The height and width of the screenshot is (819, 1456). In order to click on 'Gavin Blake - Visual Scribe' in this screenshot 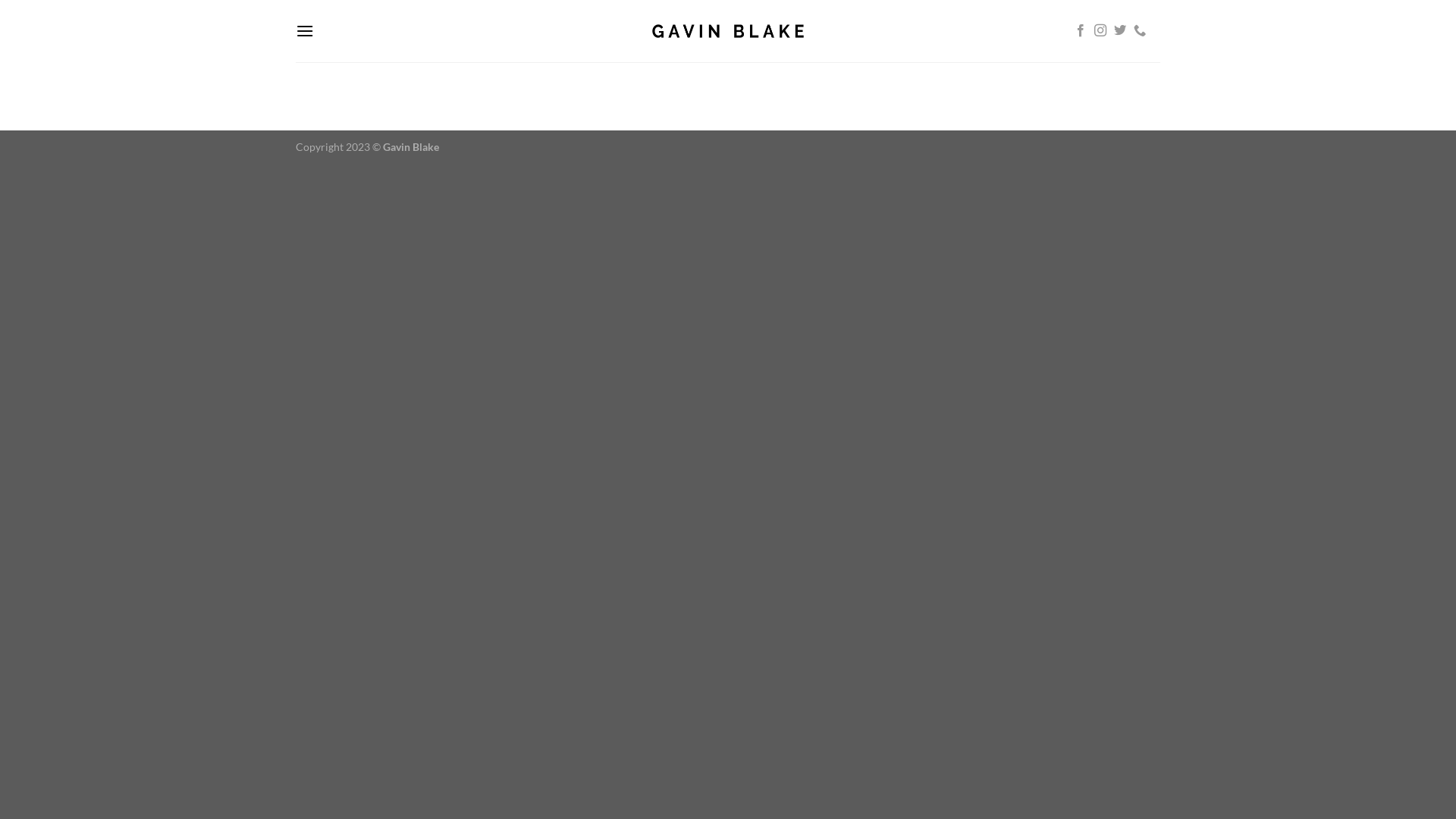, I will do `click(728, 31)`.